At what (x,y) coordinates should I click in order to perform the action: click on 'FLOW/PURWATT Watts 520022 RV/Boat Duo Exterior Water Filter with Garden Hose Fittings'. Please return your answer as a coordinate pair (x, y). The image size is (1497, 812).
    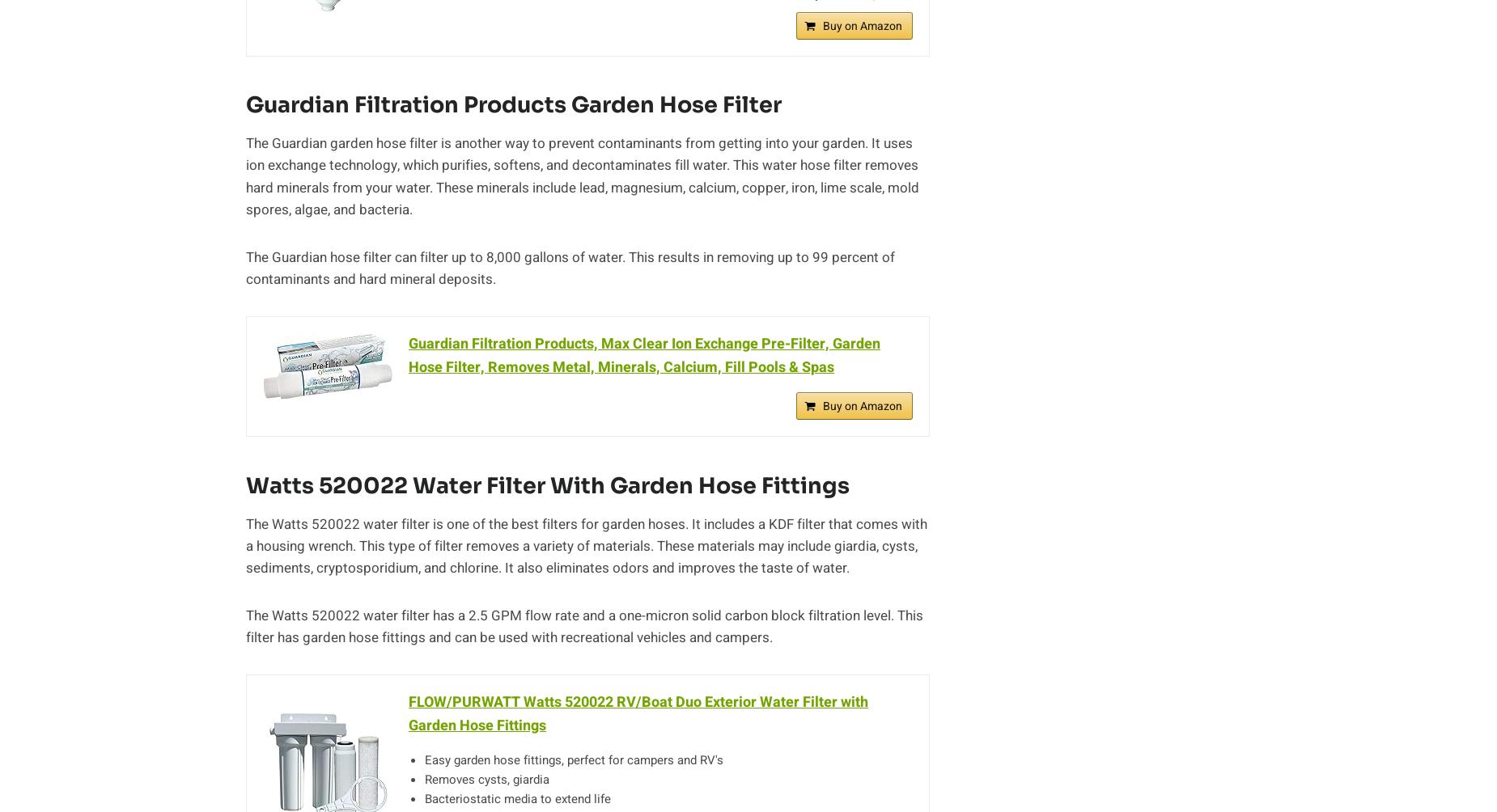
    Looking at the image, I should click on (409, 713).